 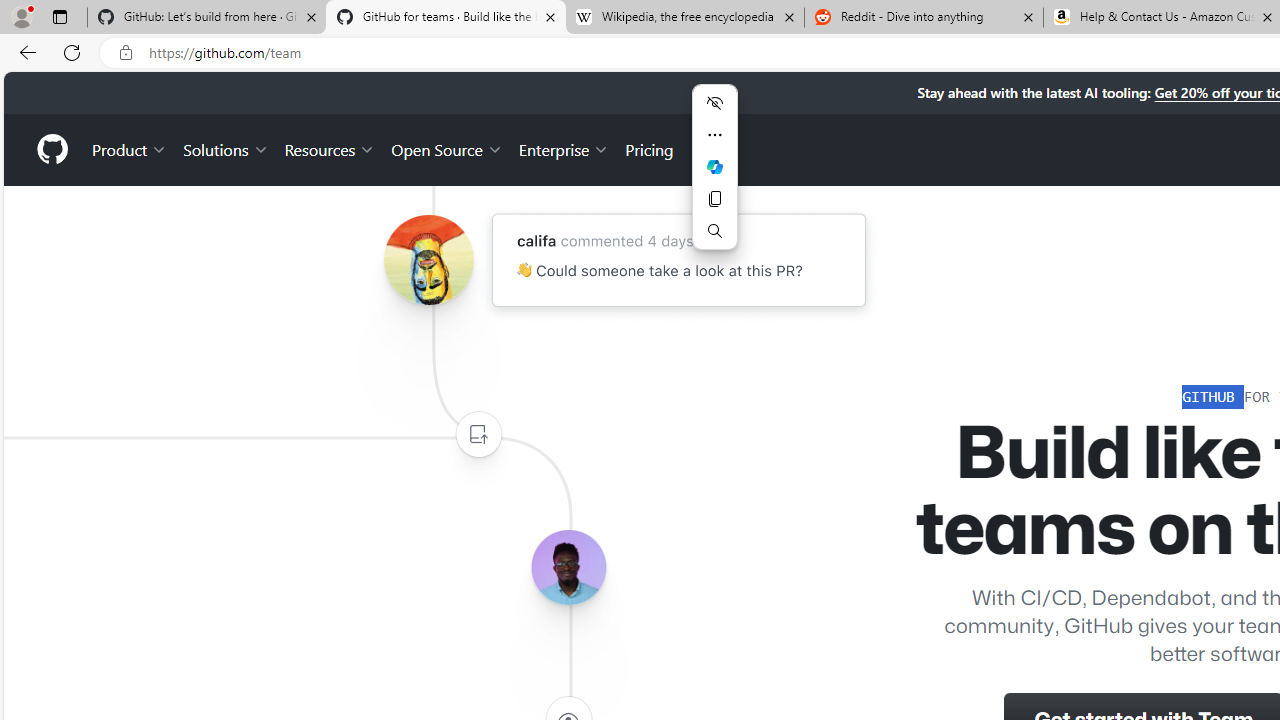 I want to click on 'Ask Copilot', so click(x=714, y=166).